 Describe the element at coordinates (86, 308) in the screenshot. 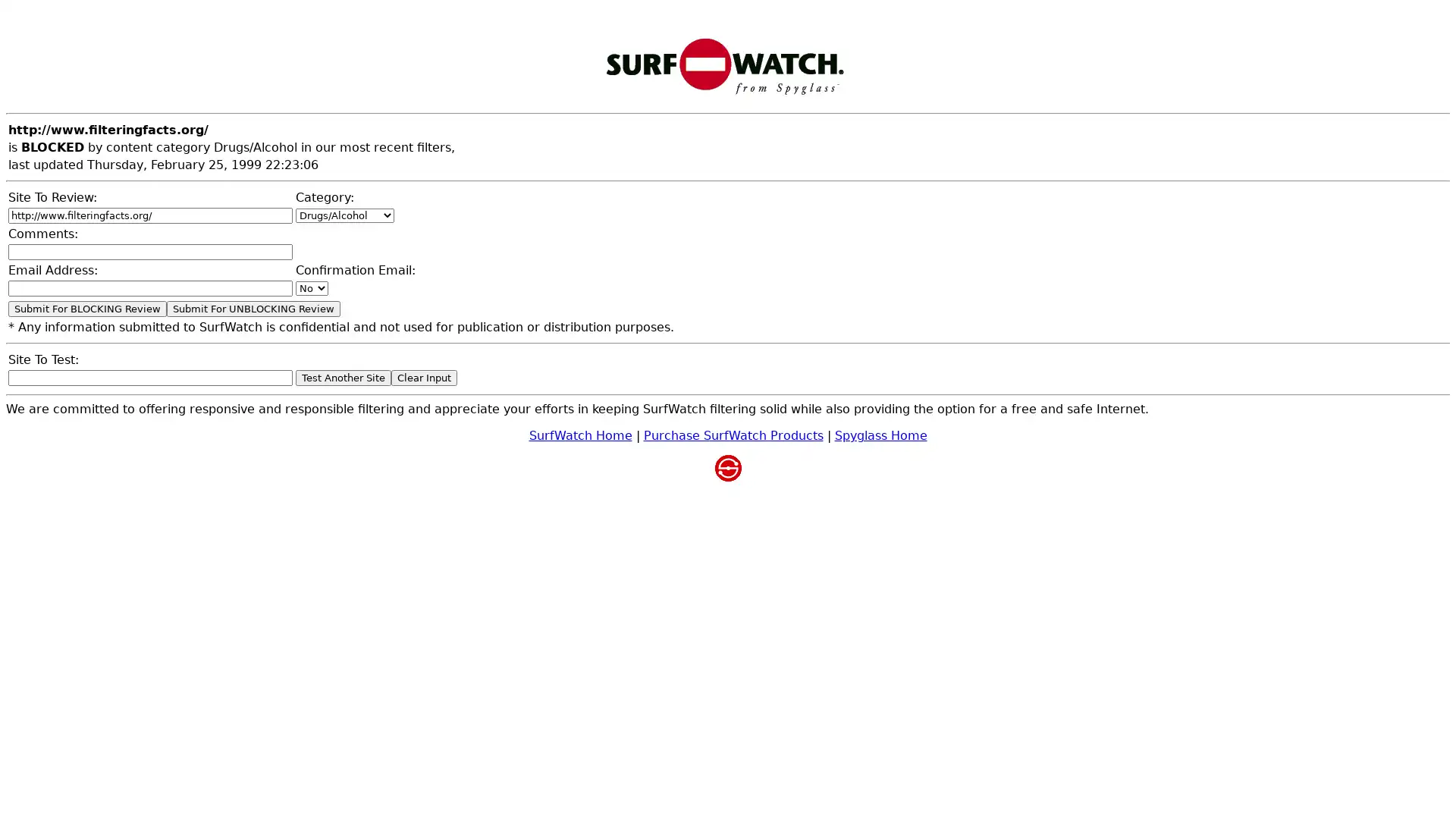

I see `Submit For BLOCKING Review` at that location.